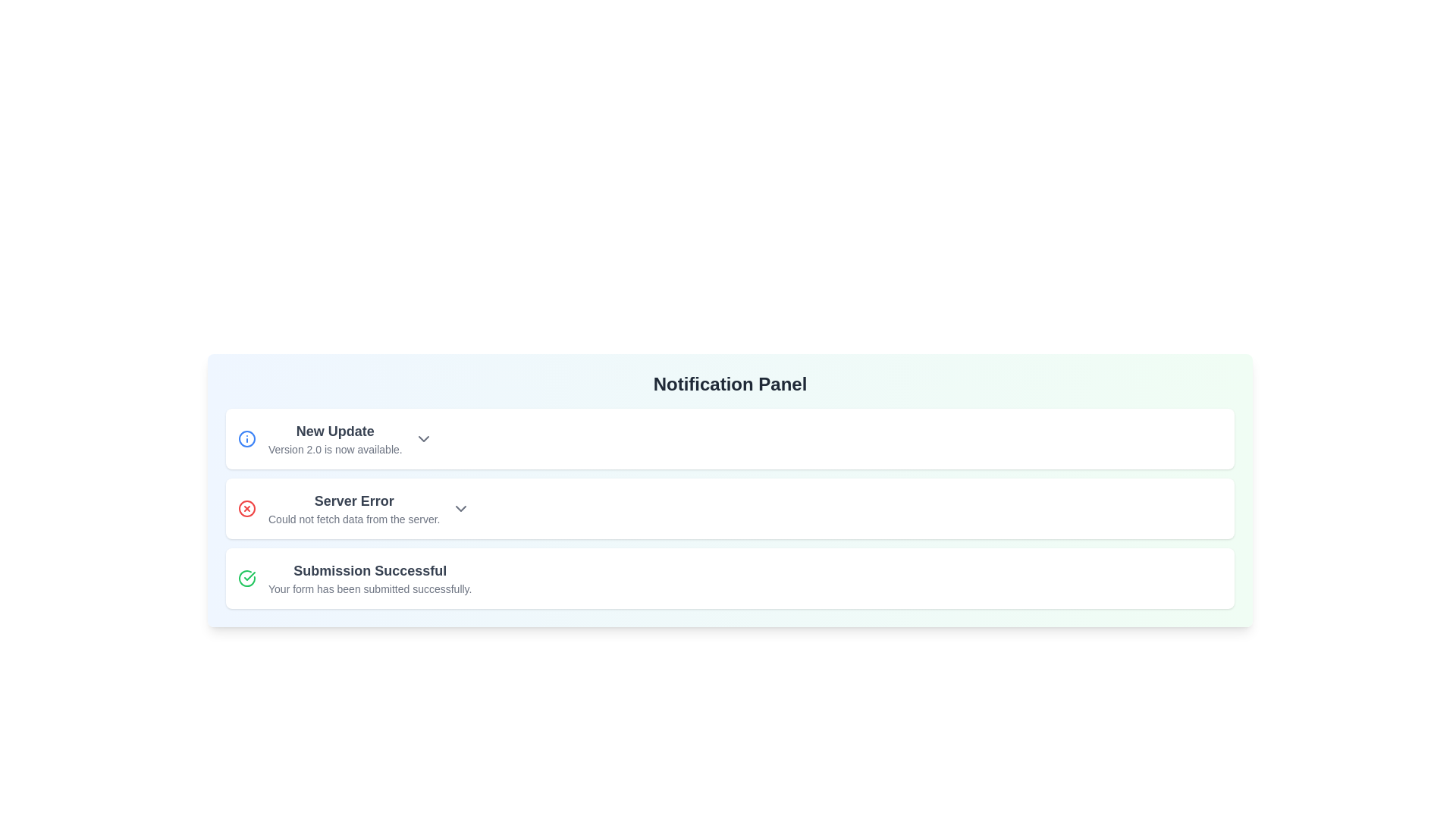 The width and height of the screenshot is (1456, 819). I want to click on the error indicator icon located in the second row of the notification list, which signals a problem associated with the 'Server Error' title, so click(247, 509).